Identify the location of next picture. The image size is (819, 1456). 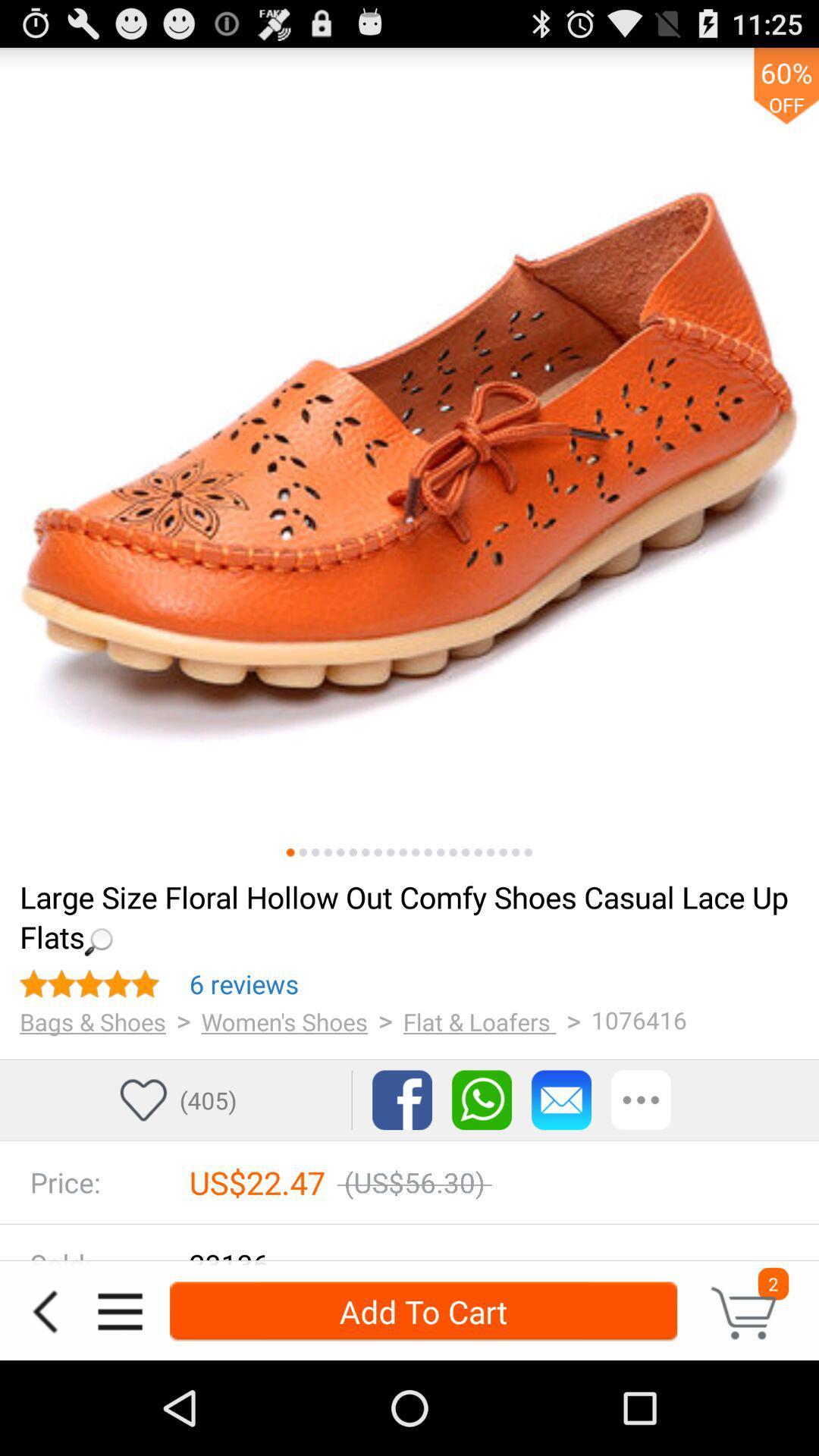
(441, 852).